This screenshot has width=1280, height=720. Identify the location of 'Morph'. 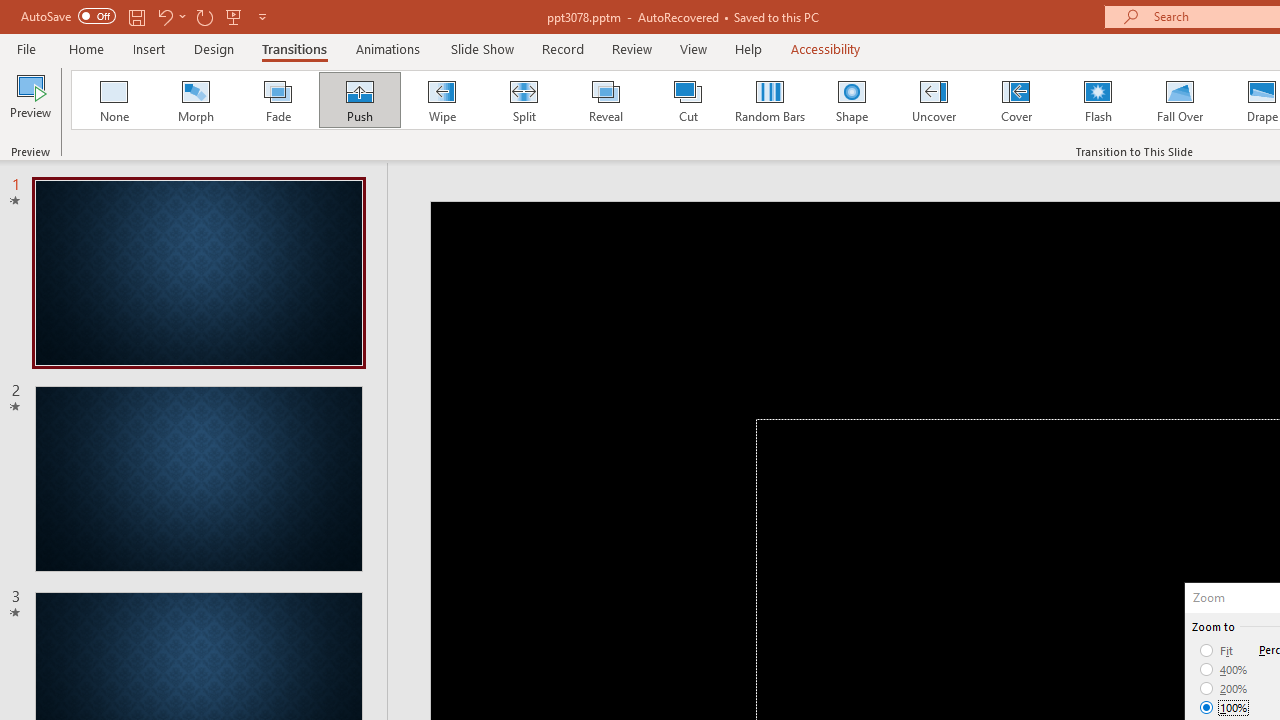
(195, 100).